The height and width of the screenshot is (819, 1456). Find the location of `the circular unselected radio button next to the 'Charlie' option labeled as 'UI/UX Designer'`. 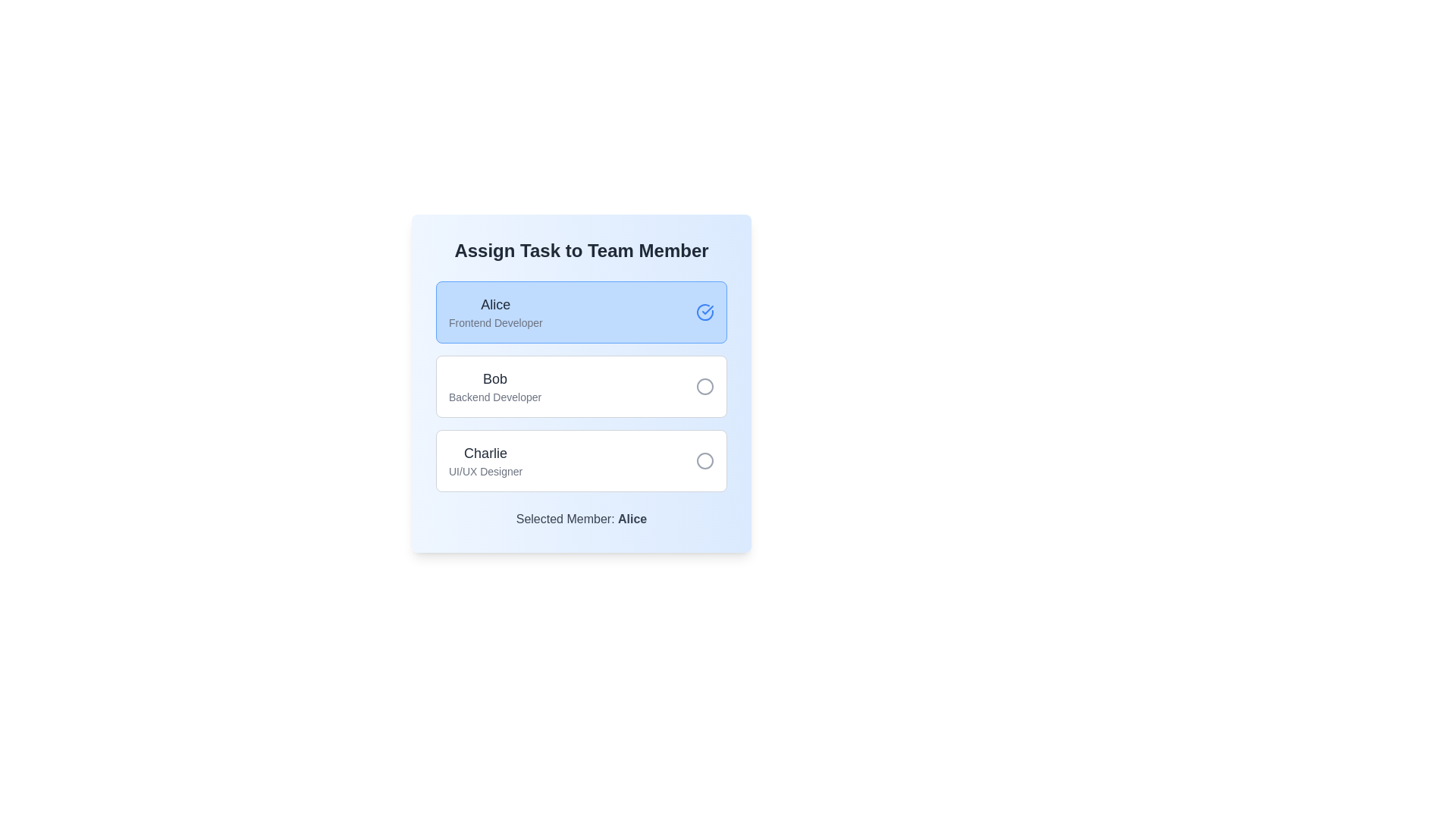

the circular unselected radio button next to the 'Charlie' option labeled as 'UI/UX Designer' is located at coordinates (581, 460).